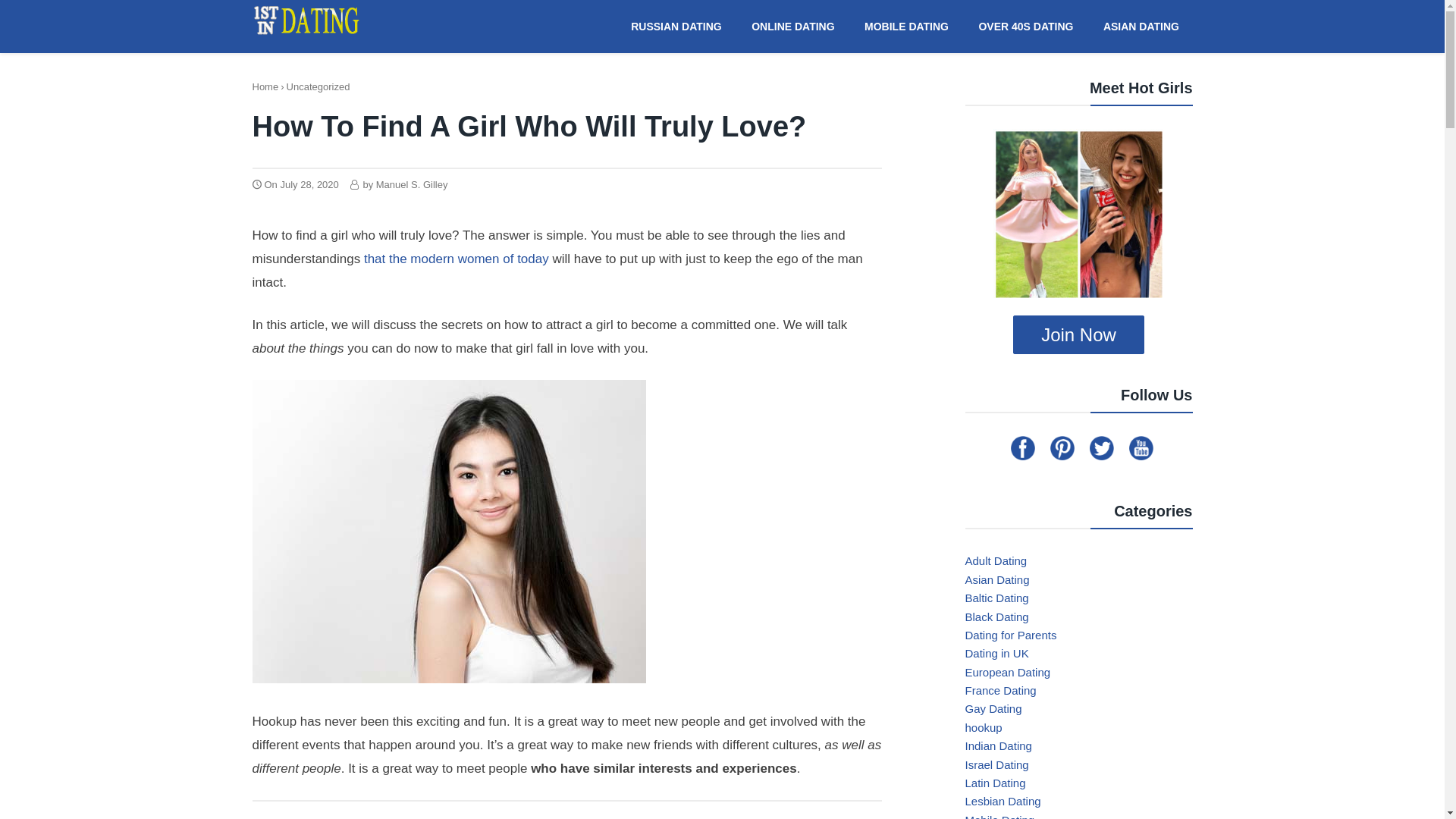  What do you see at coordinates (964, 652) in the screenshot?
I see `'Dating in UK'` at bounding box center [964, 652].